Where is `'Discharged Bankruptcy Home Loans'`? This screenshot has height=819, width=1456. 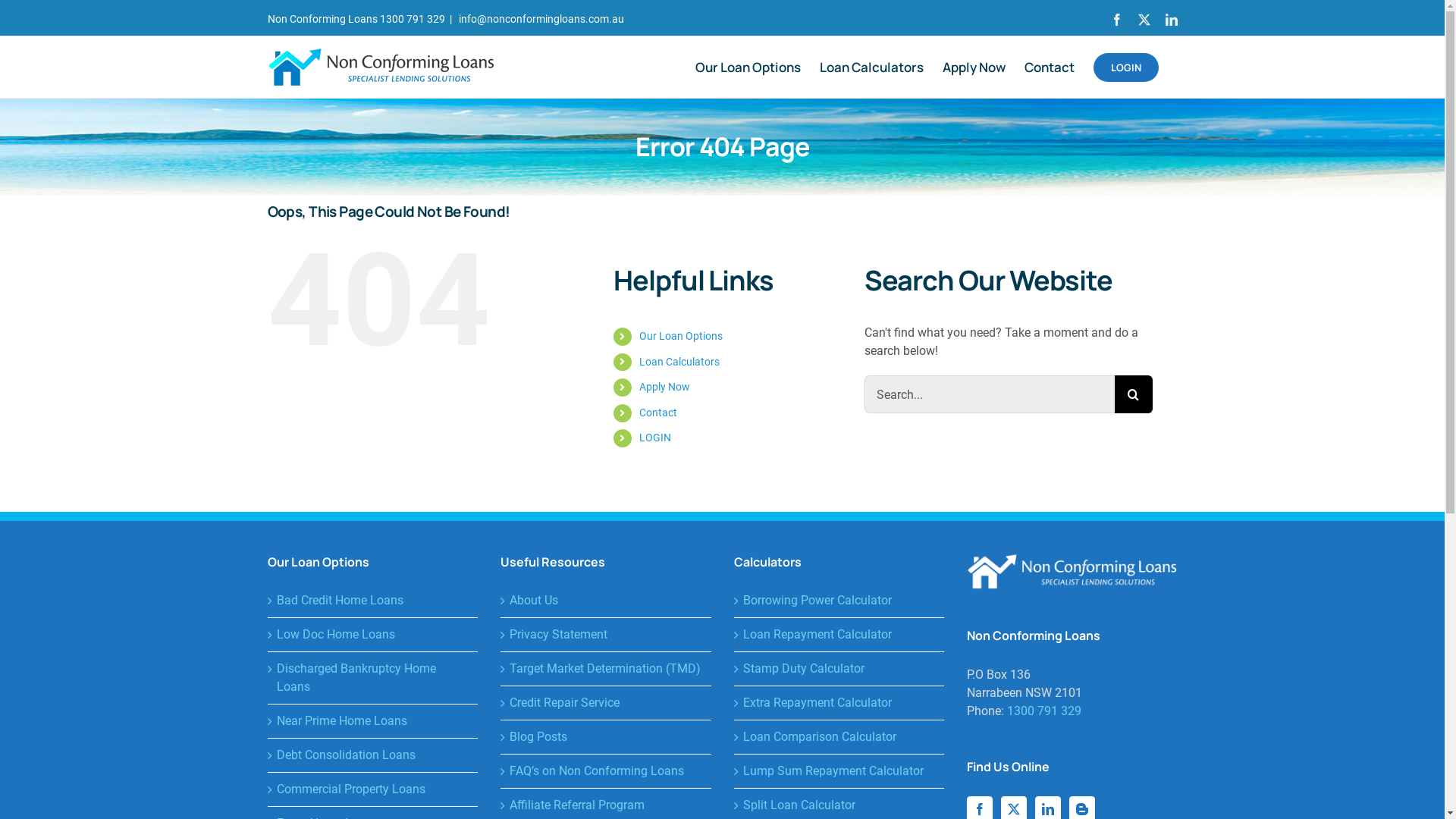
'Discharged Bankruptcy Home Loans' is located at coordinates (372, 677).